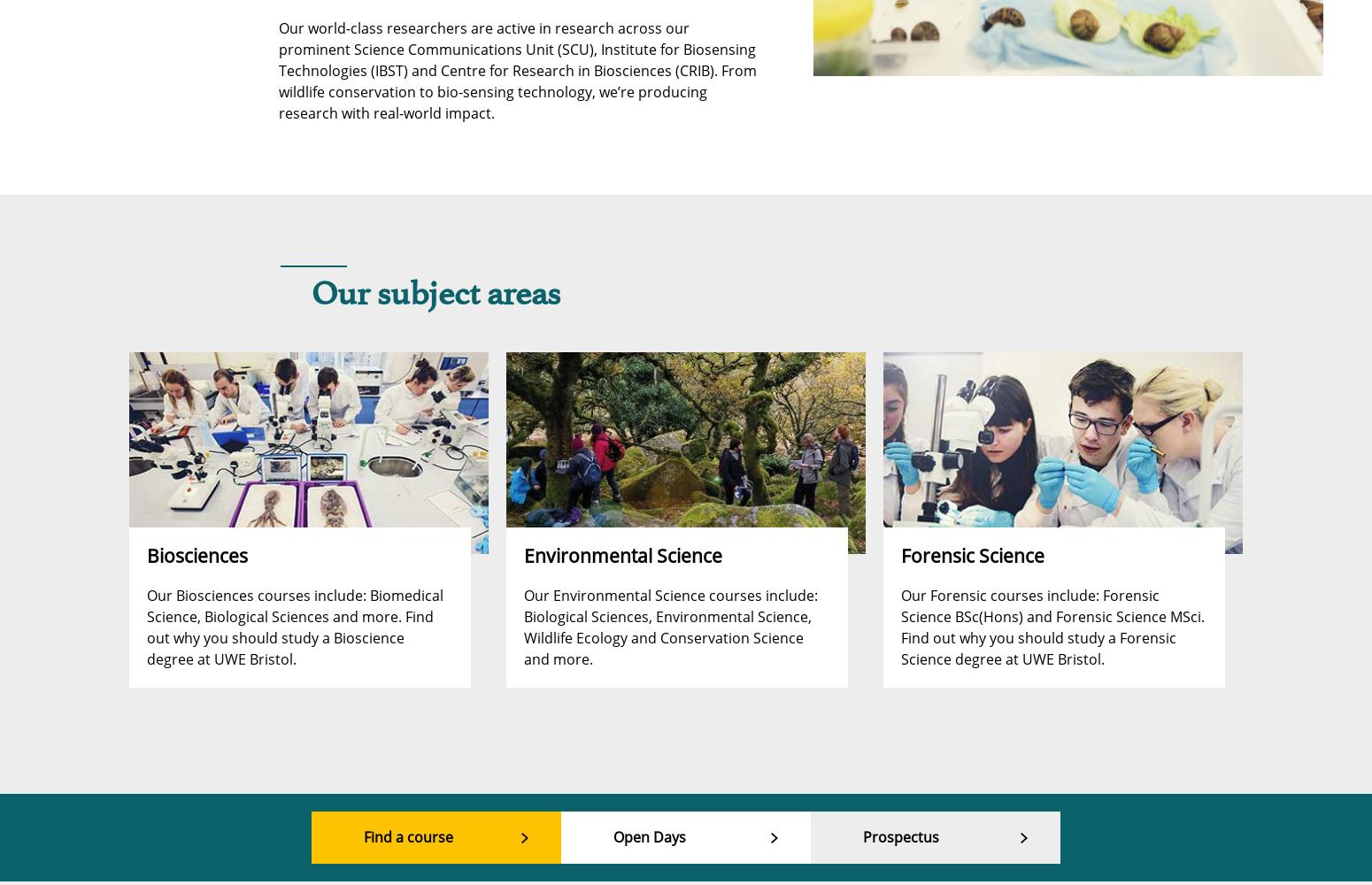 This screenshot has height=885, width=1372. I want to click on 'Find a course', so click(408, 836).